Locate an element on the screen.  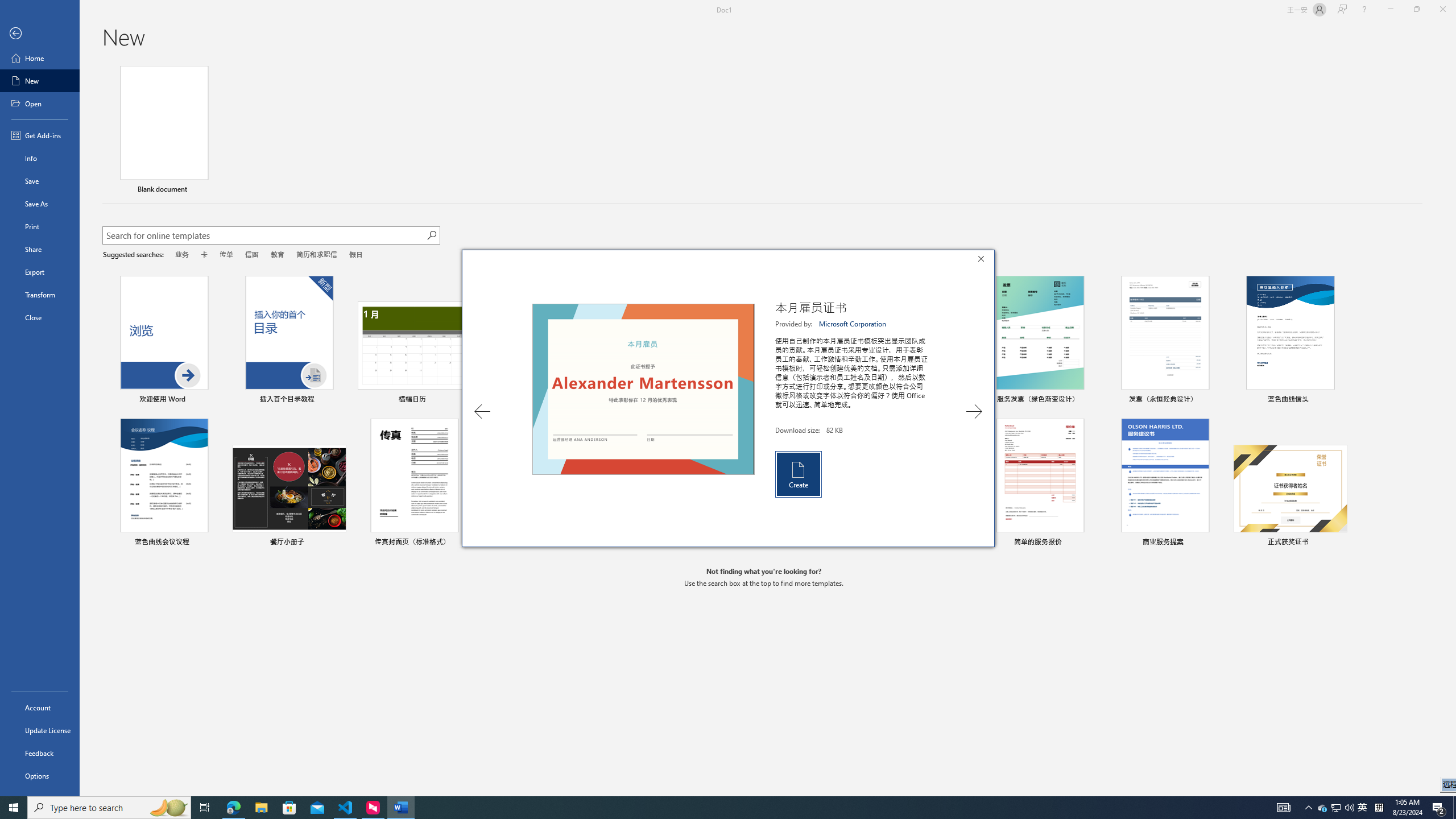
'Microsoft Store' is located at coordinates (260, 806).